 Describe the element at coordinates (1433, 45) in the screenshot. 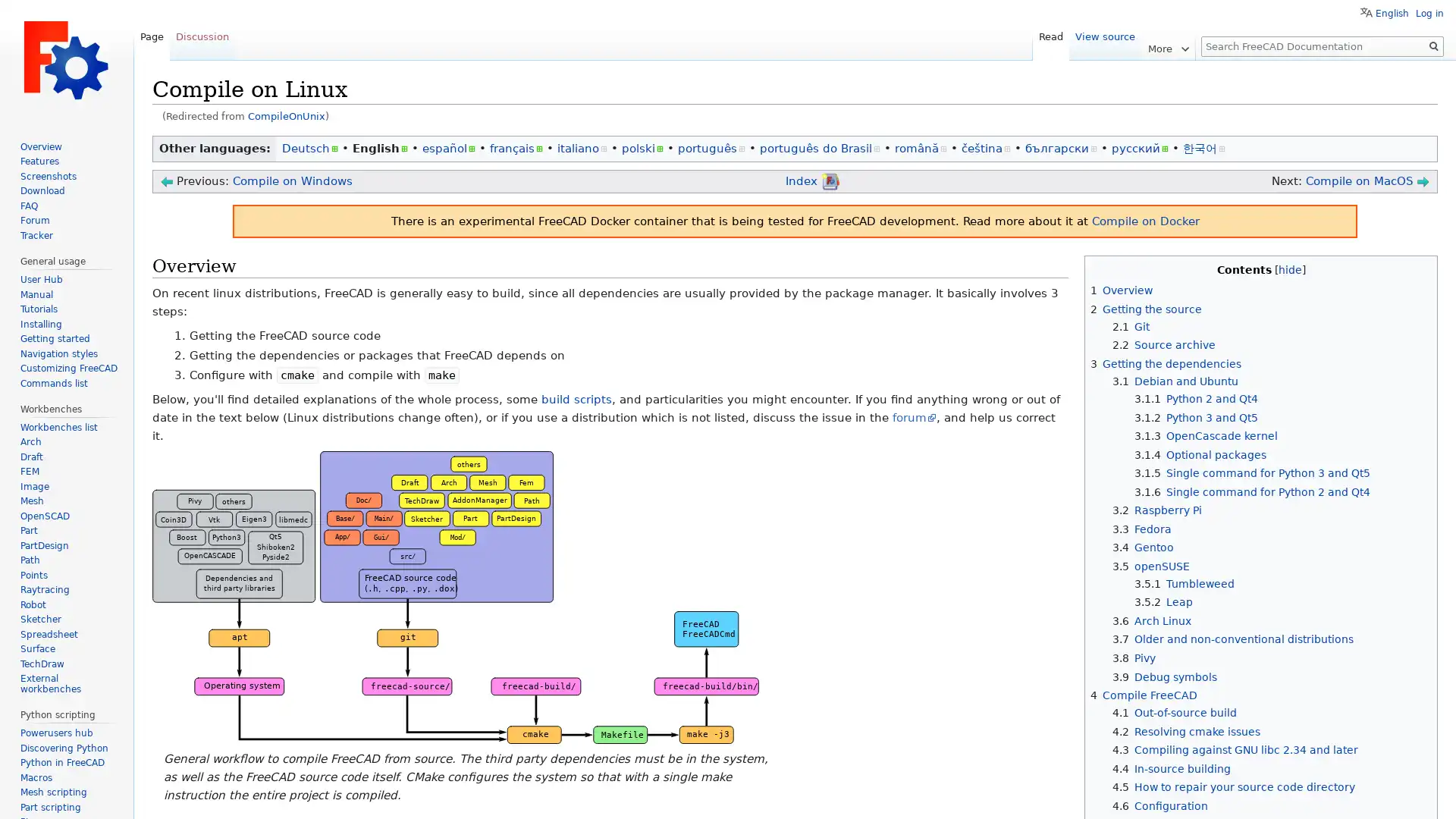

I see `Search` at that location.